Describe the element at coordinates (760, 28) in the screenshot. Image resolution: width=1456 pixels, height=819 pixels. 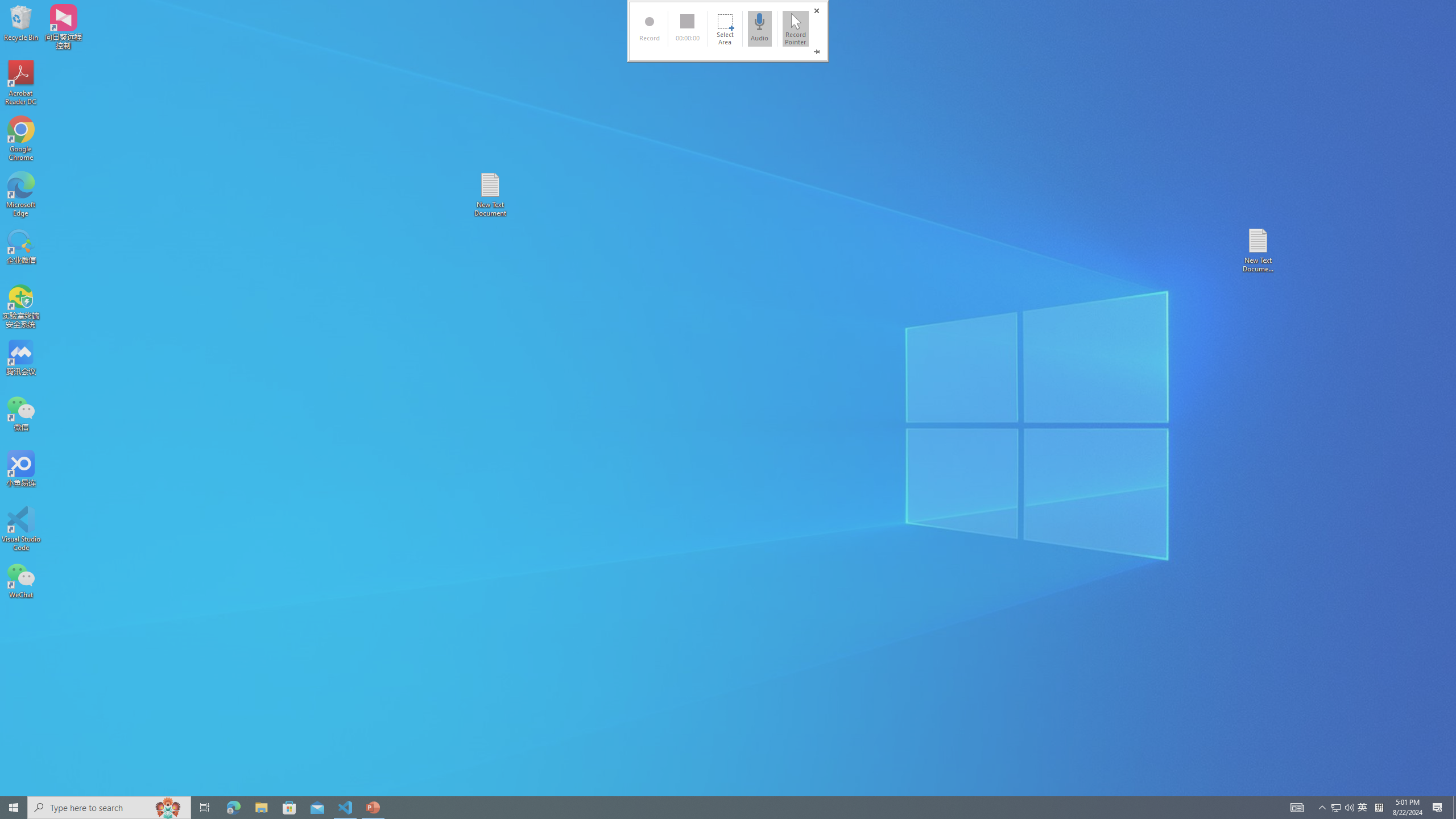
I see `'Audio'` at that location.